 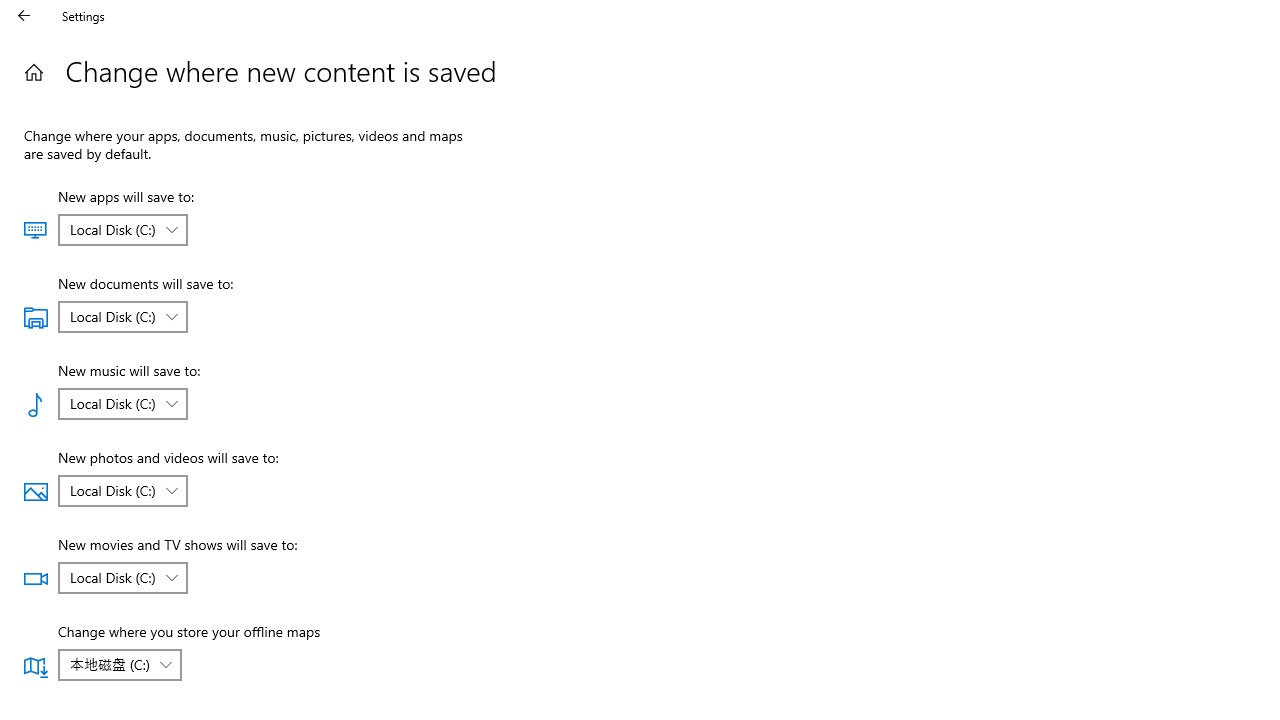 I want to click on 'New music will save to:', so click(x=121, y=403).